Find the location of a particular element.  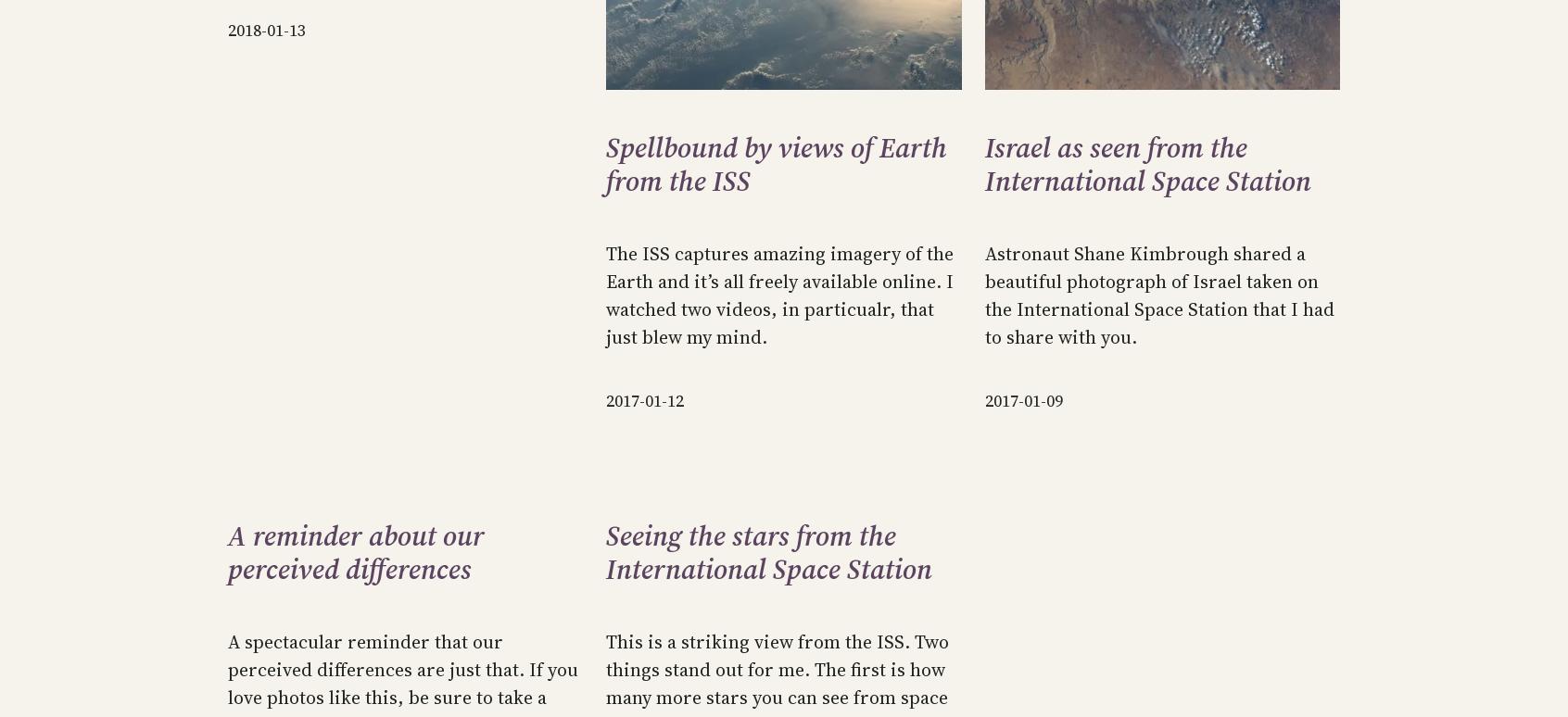

'Astronaut Shane Kimbrough shared a beautiful photograph of Israel taken on the International Space Station that I had to share with you.' is located at coordinates (1158, 295).